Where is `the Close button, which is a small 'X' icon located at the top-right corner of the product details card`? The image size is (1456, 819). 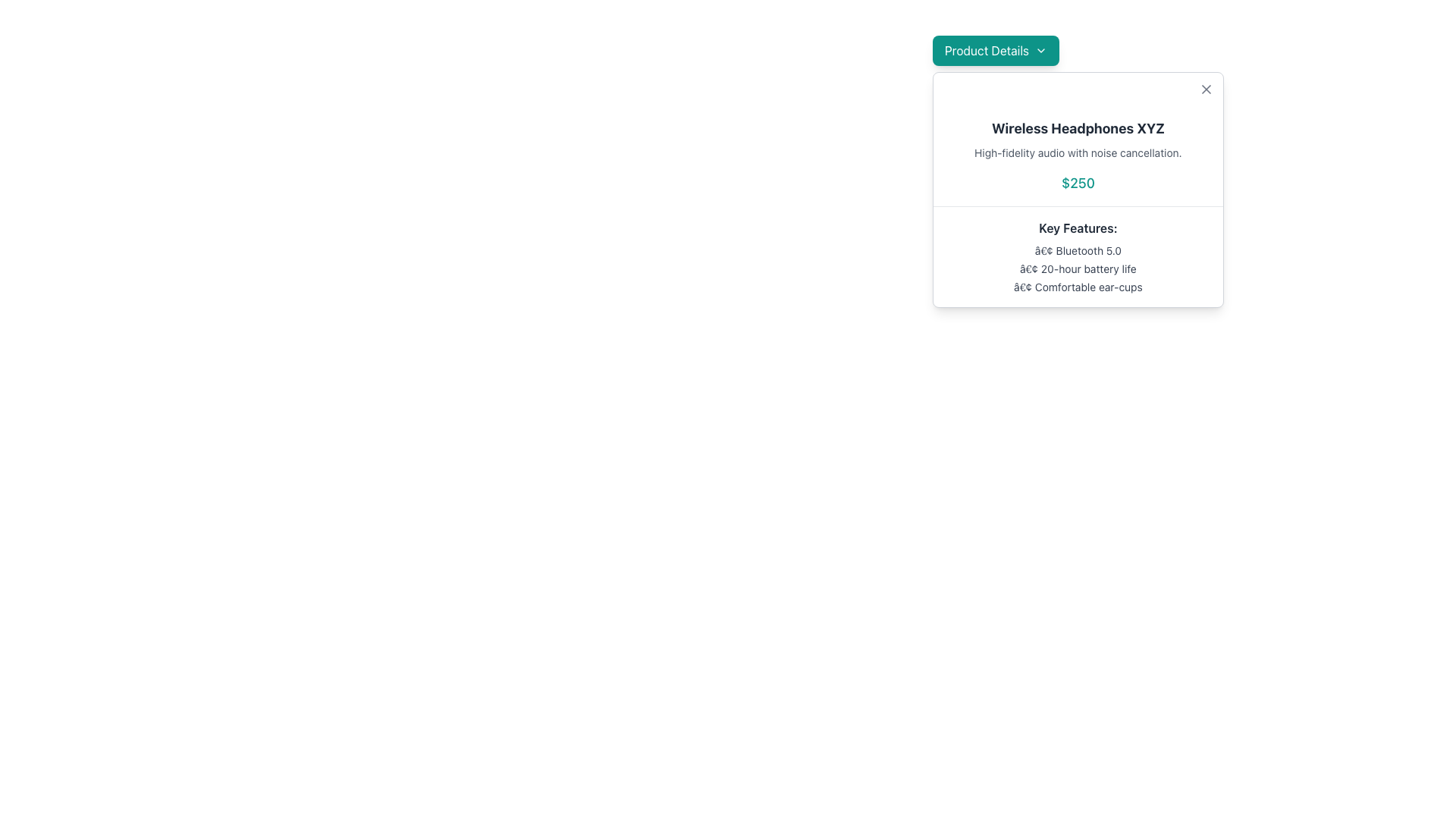 the Close button, which is a small 'X' icon located at the top-right corner of the product details card is located at coordinates (1205, 89).